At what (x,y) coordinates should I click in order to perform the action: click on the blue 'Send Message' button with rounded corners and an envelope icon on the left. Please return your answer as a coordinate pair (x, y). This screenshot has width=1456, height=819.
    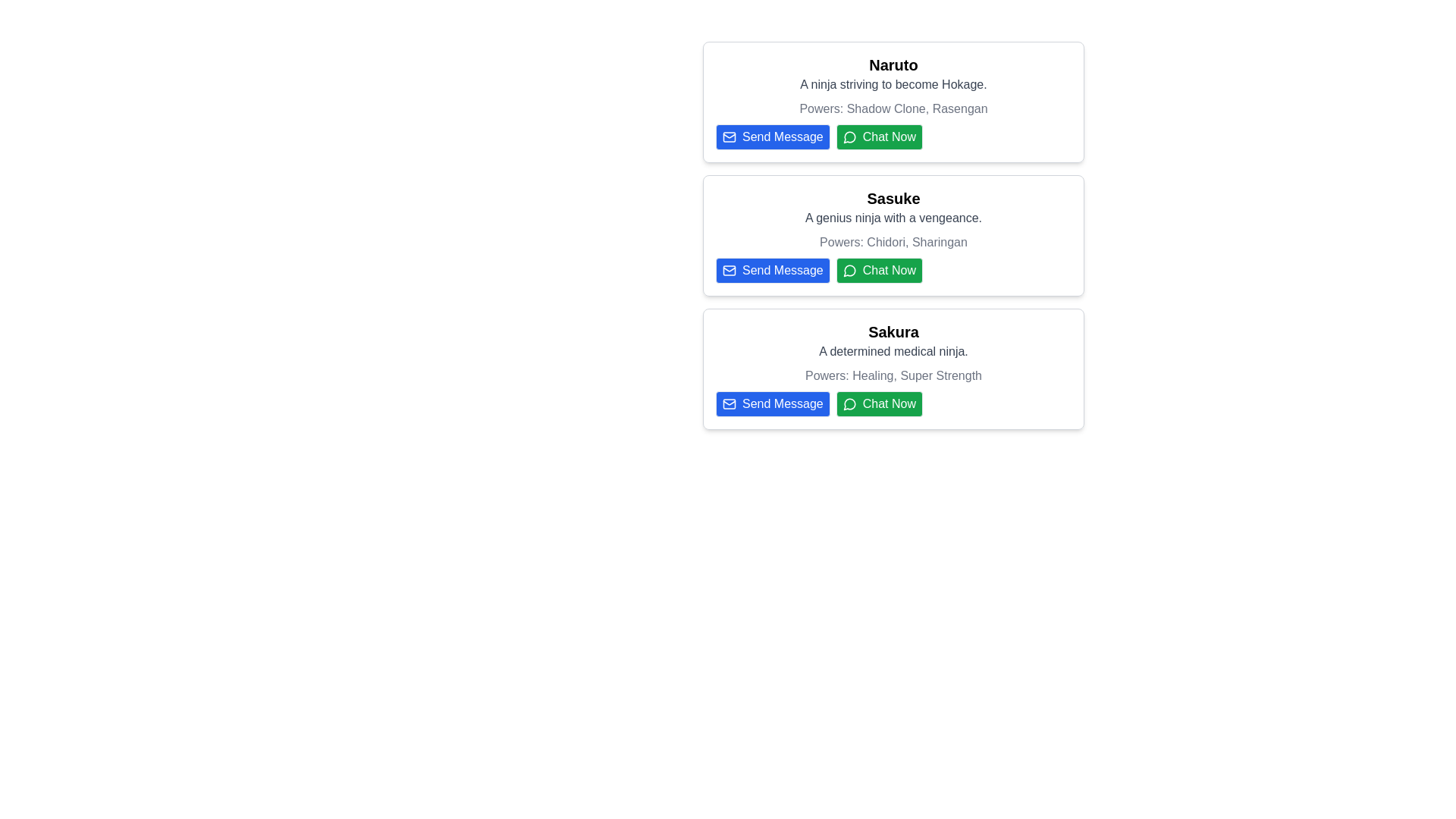
    Looking at the image, I should click on (773, 137).